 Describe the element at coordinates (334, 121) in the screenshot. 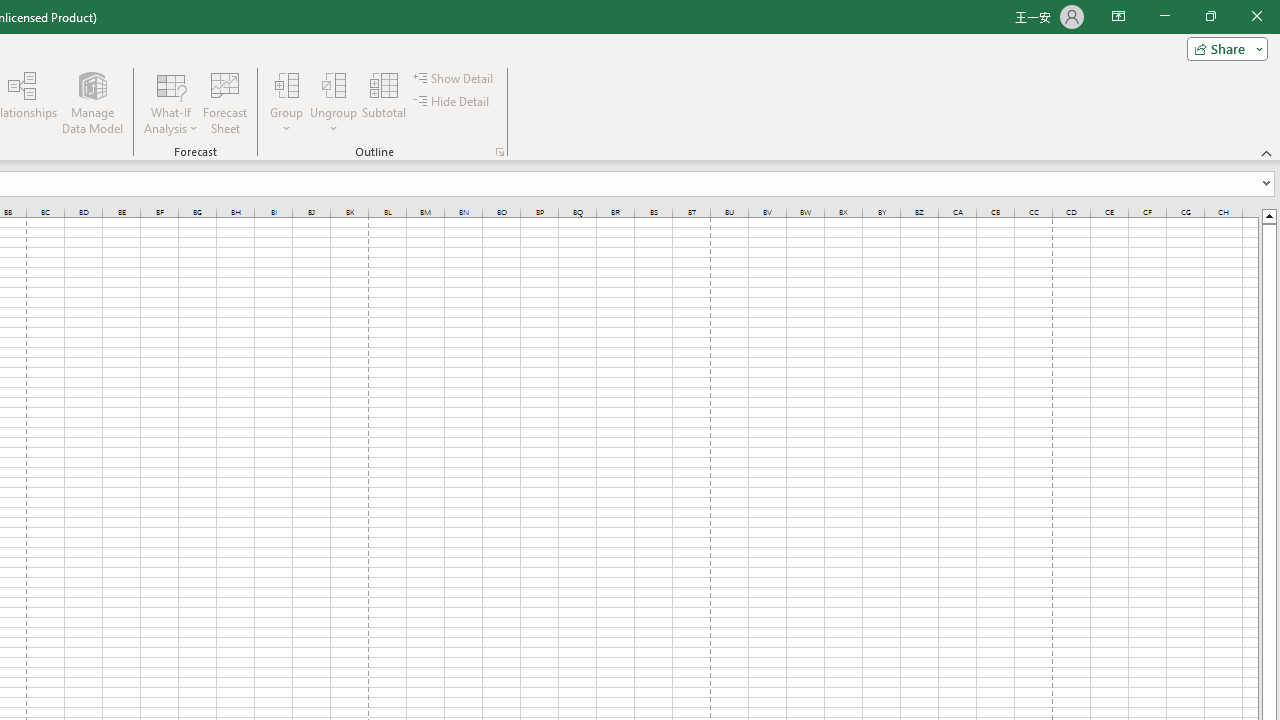

I see `'More Options'` at that location.